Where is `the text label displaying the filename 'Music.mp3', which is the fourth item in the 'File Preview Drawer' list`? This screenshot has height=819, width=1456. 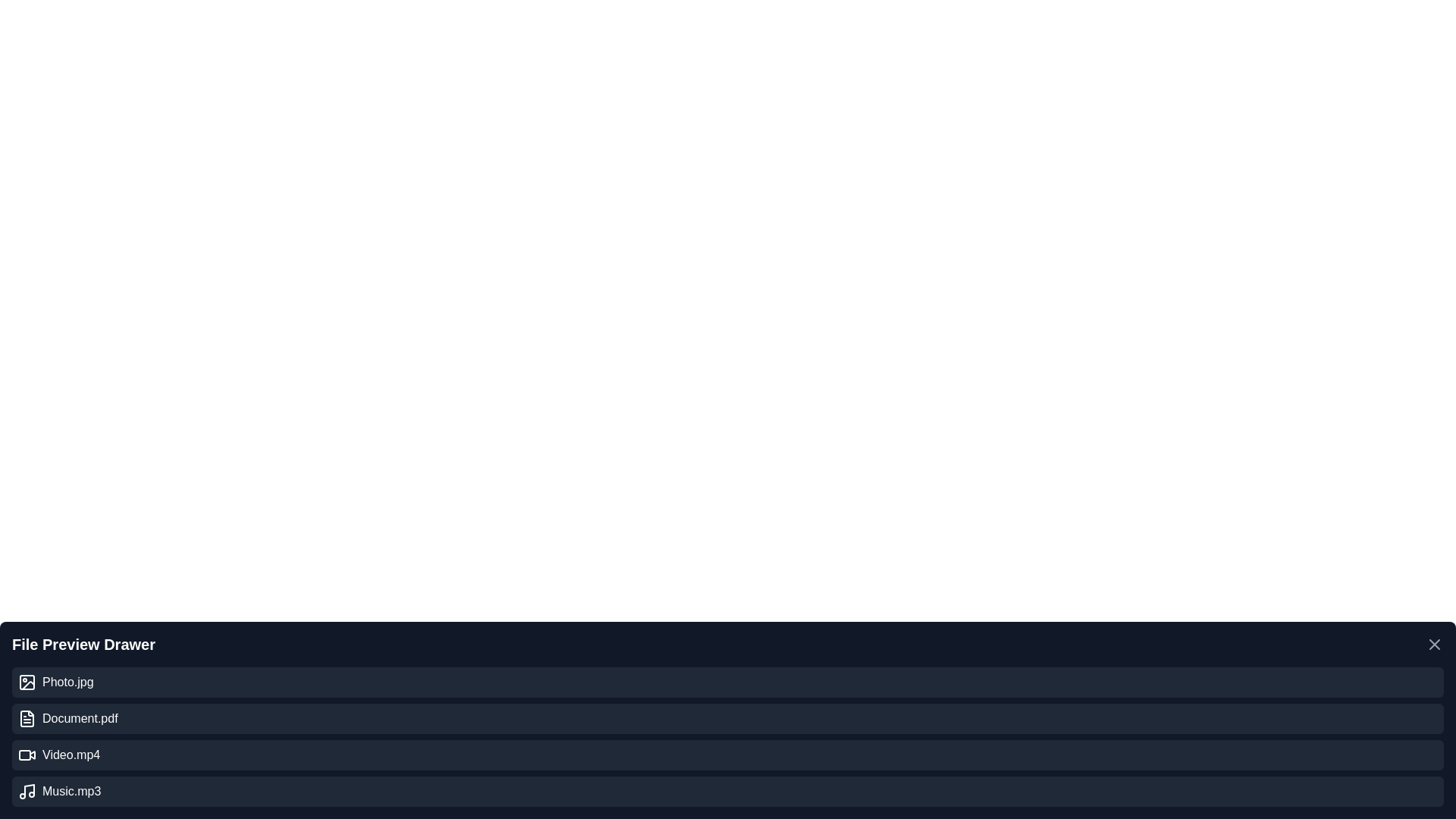
the text label displaying the filename 'Music.mp3', which is the fourth item in the 'File Preview Drawer' list is located at coordinates (71, 791).